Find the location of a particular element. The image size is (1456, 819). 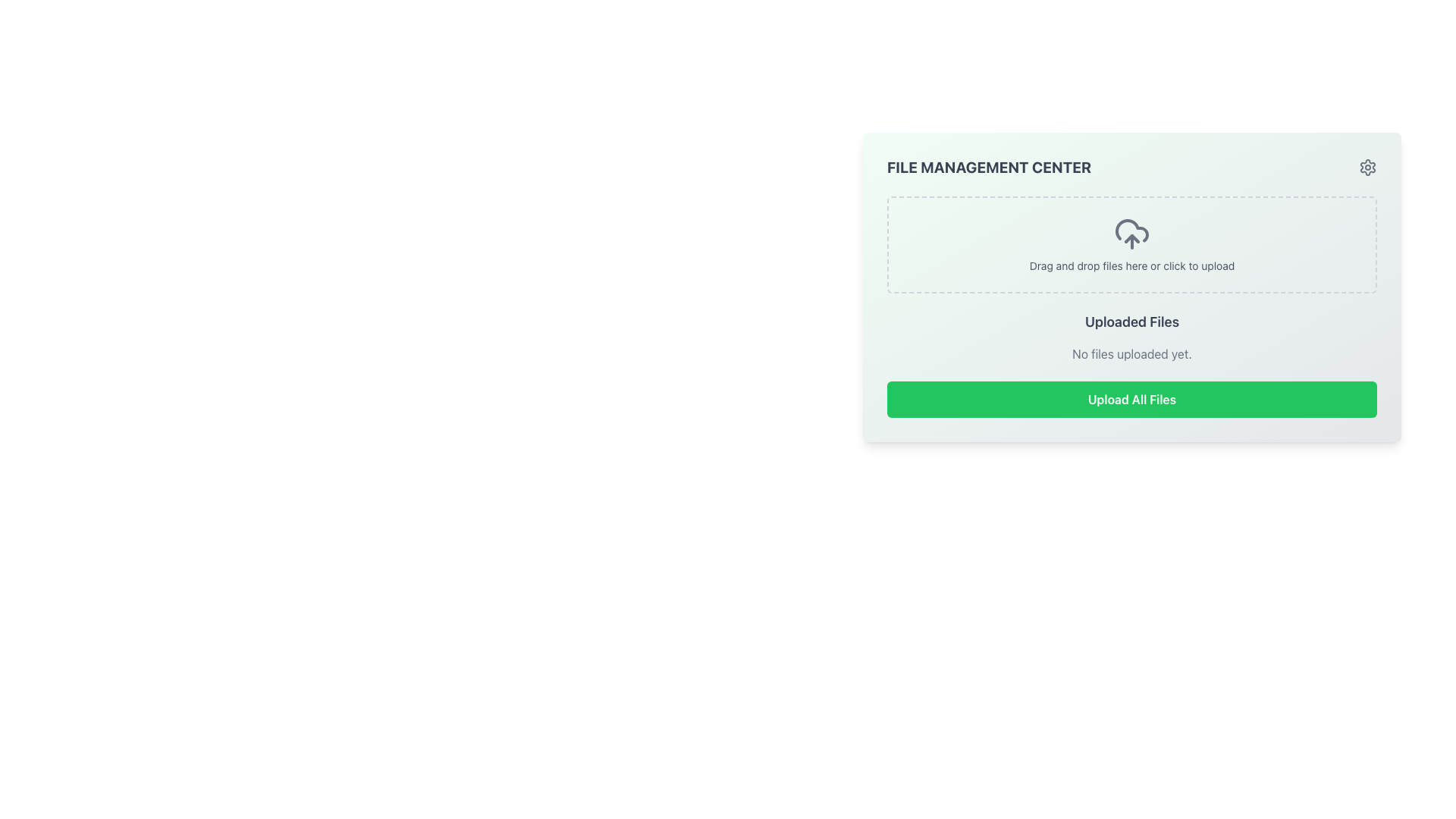

the text heading 'File Management Center' which is styled in uppercase, bold, and gray, located at the top left of the content area is located at coordinates (989, 167).